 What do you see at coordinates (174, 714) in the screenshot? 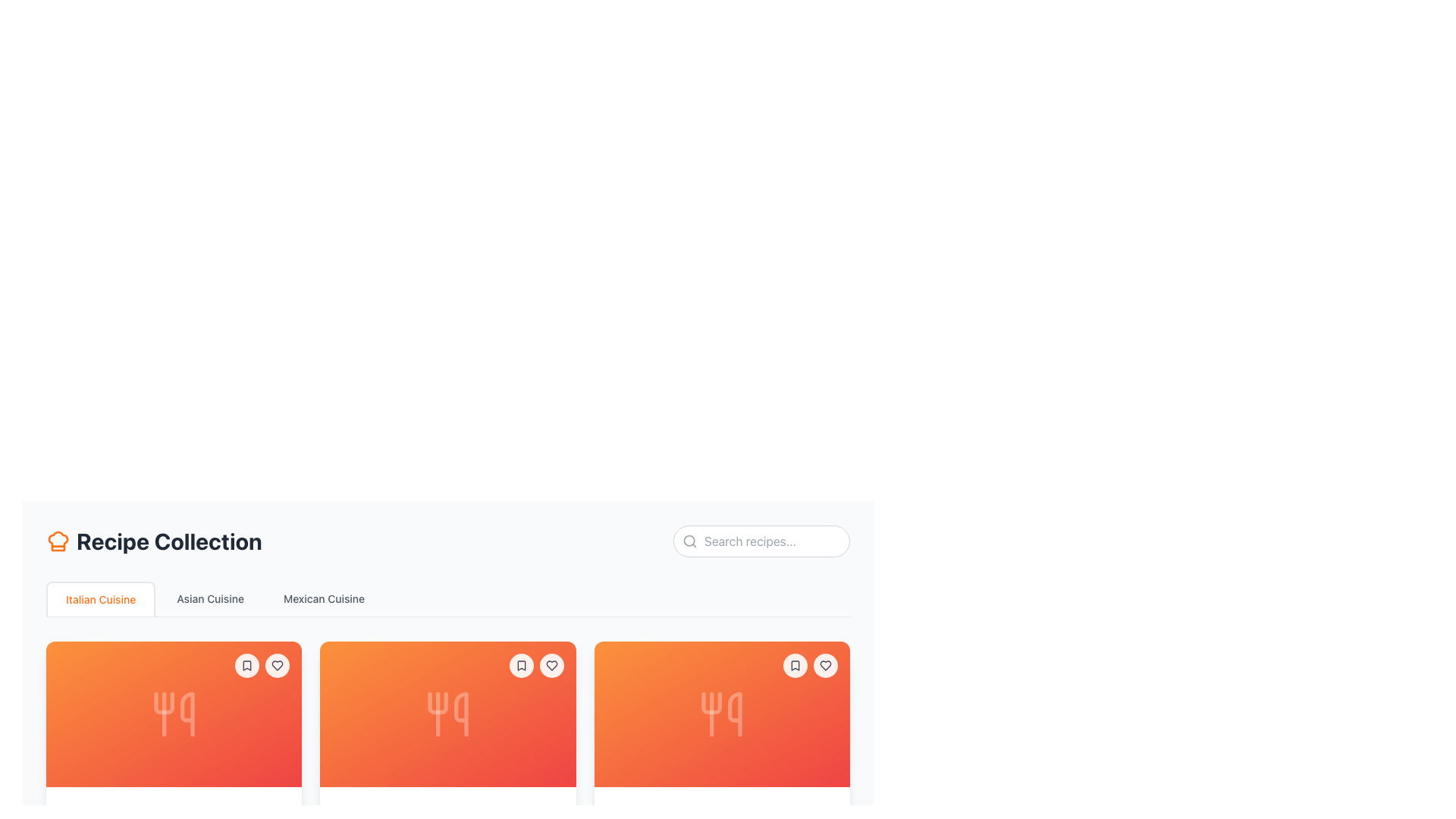
I see `the graphic icon representing a set of utensils, which is styled with a minimalistic, line-based design and located in the upper portion of the first recipe card` at bounding box center [174, 714].